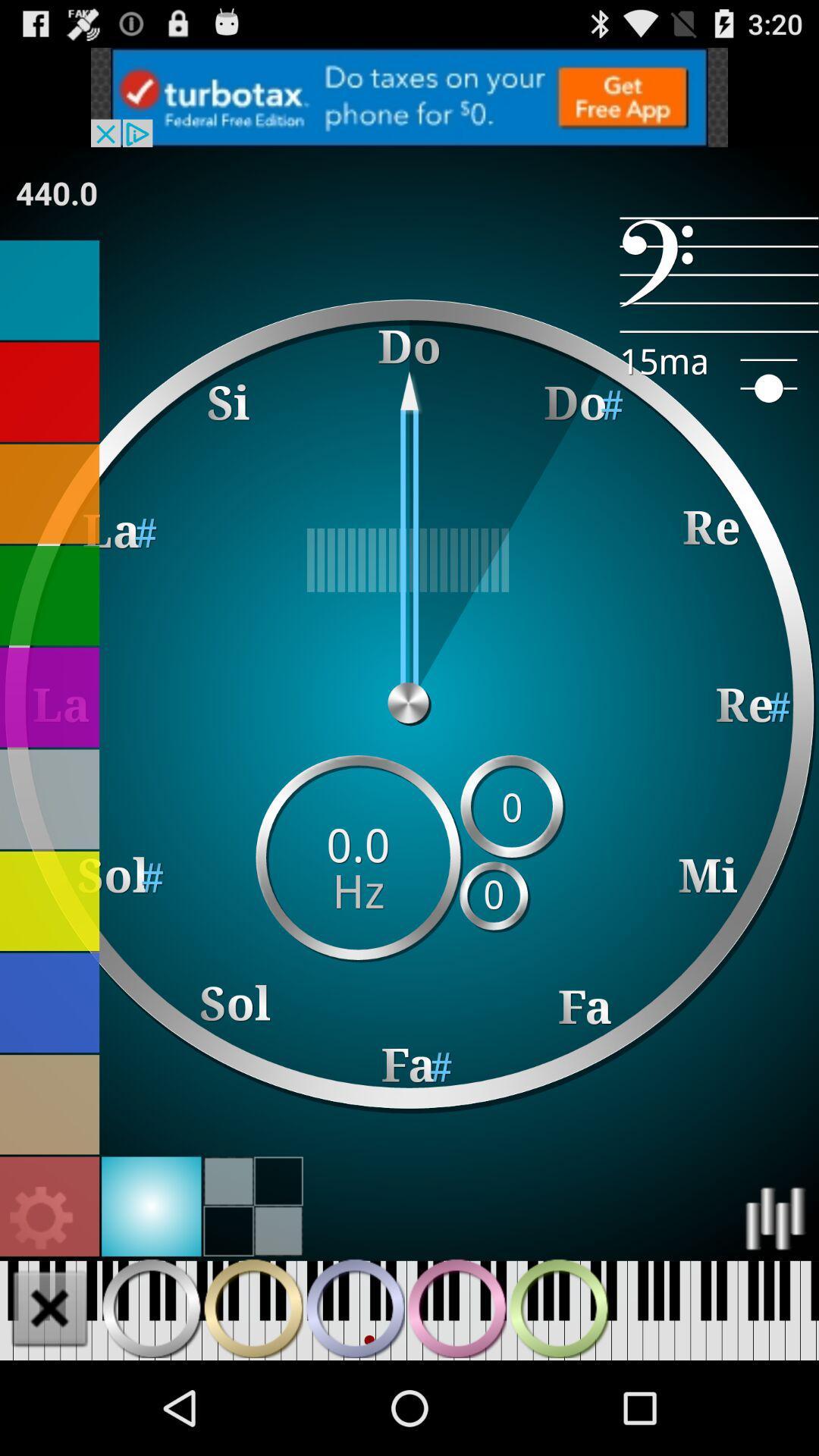 The image size is (819, 1456). I want to click on change color scheme, so click(49, 1003).